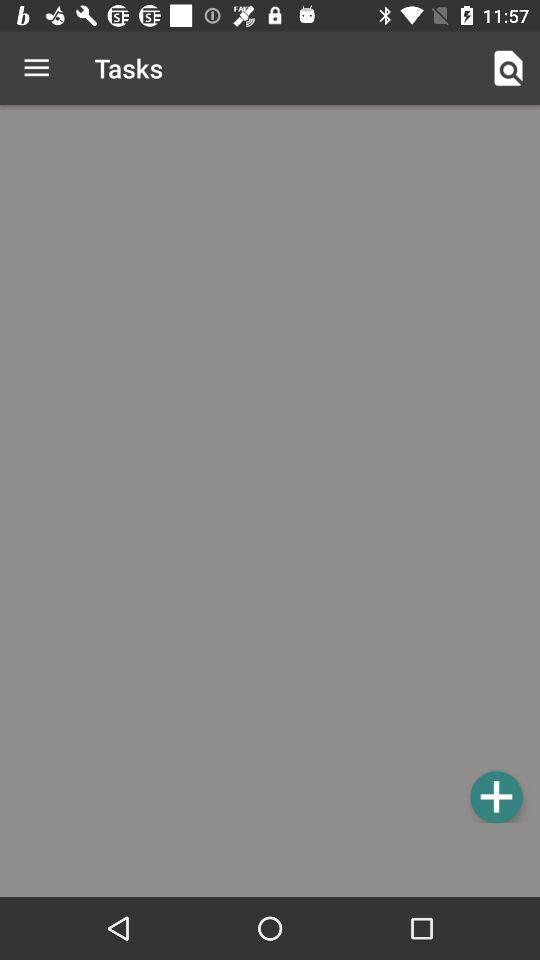 The image size is (540, 960). Describe the element at coordinates (508, 68) in the screenshot. I see `the icon to the right of the tasks item` at that location.